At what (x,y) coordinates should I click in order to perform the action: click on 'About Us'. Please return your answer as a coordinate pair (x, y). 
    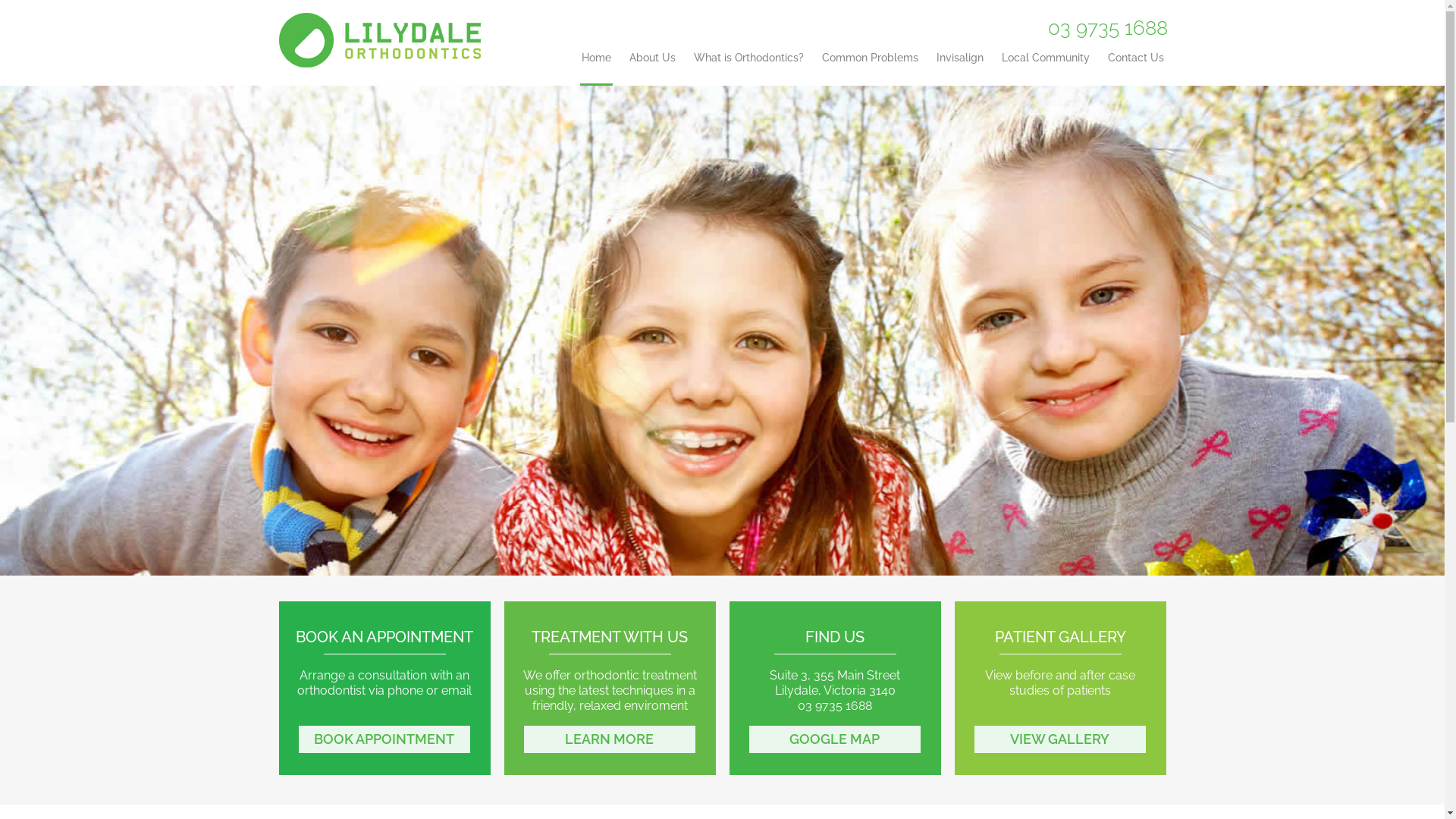
    Looking at the image, I should click on (652, 68).